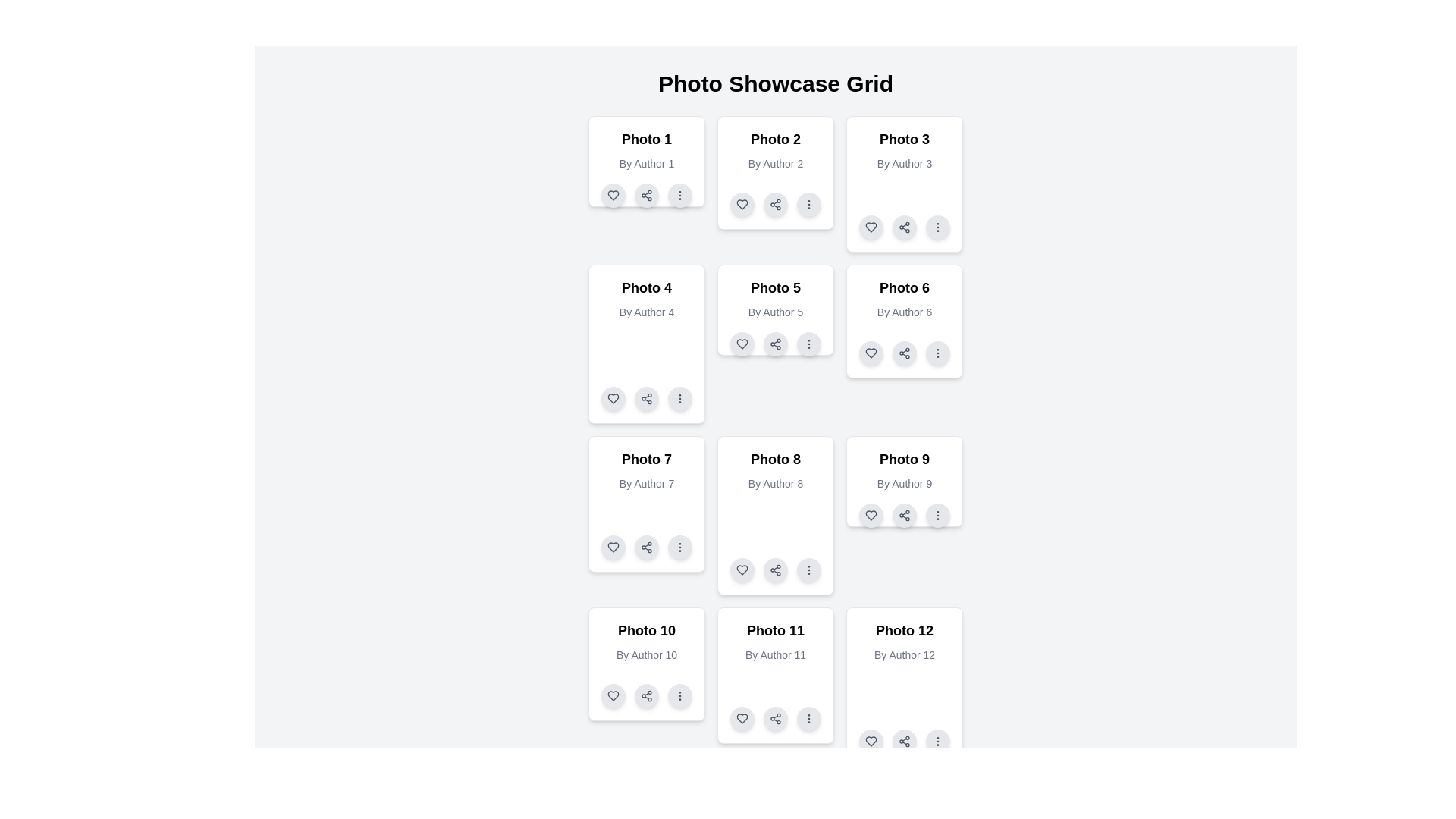 The width and height of the screenshot is (1456, 819). Describe the element at coordinates (742, 344) in the screenshot. I see `the heart-shaped icon with a gray outline inside the circular button in the lower left section of the card labeled 'Photo 5' to mark it as 'liked'` at that location.